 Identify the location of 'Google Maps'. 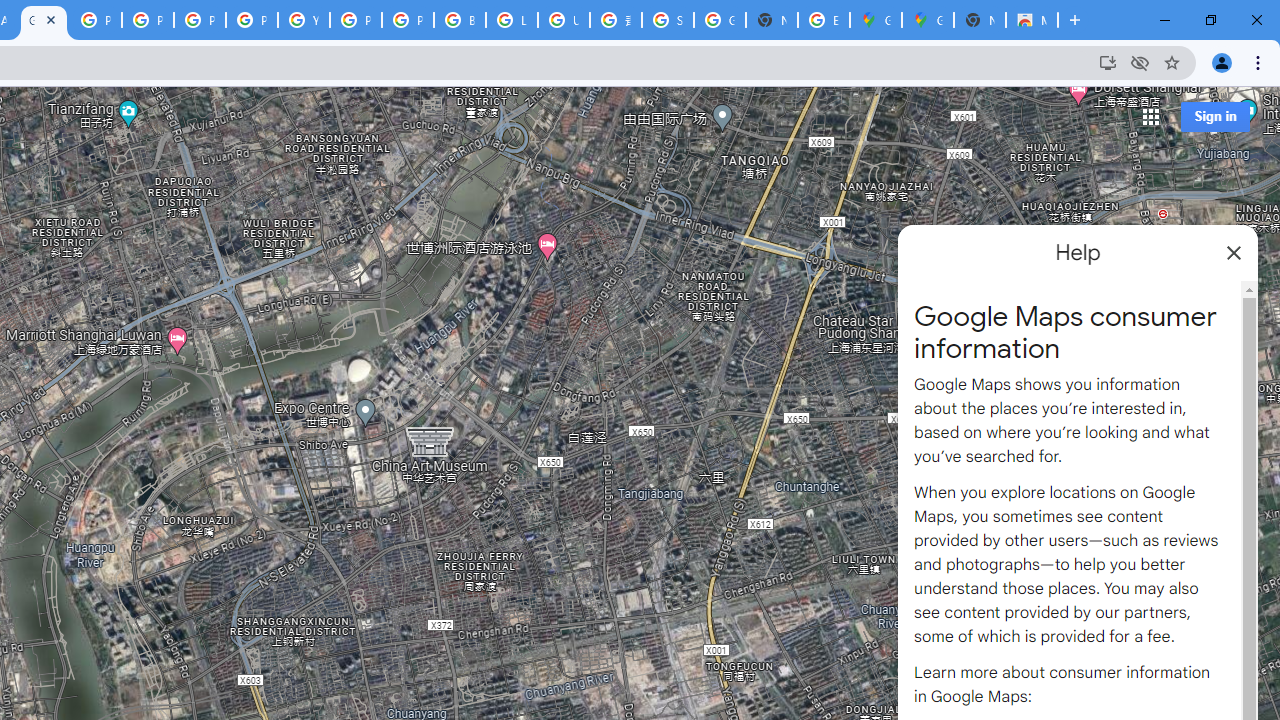
(927, 20).